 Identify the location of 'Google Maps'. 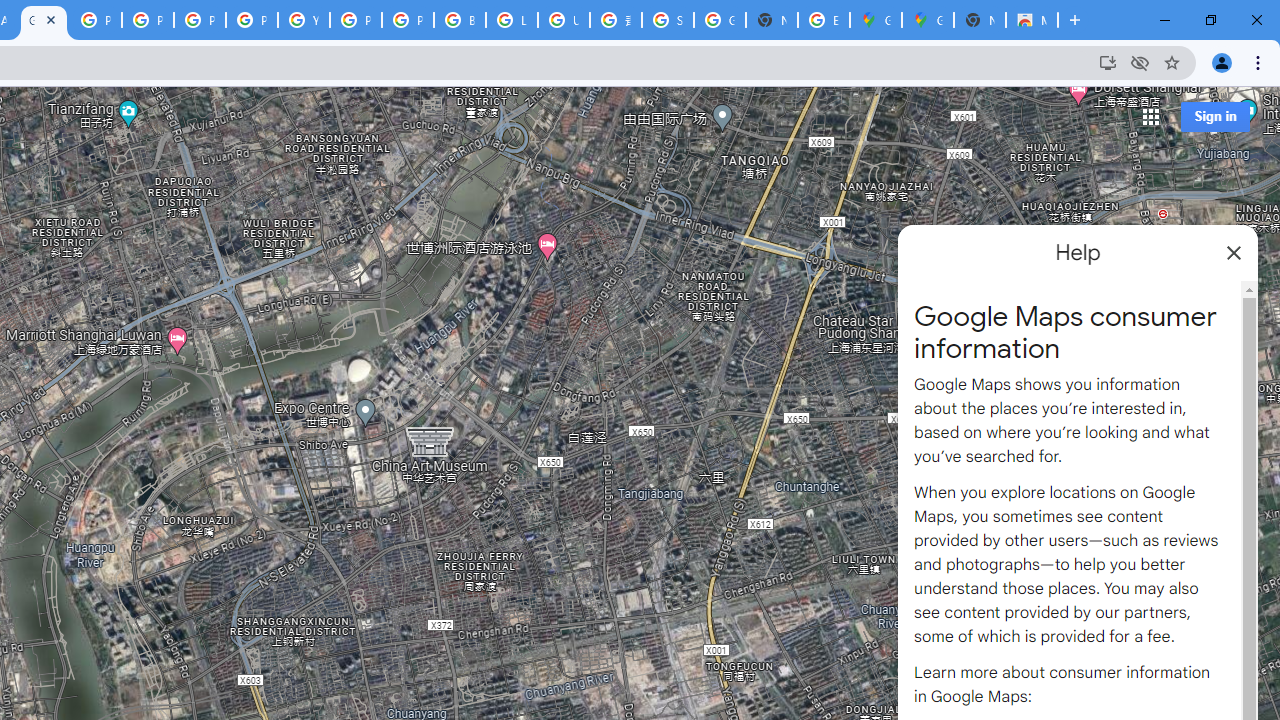
(927, 20).